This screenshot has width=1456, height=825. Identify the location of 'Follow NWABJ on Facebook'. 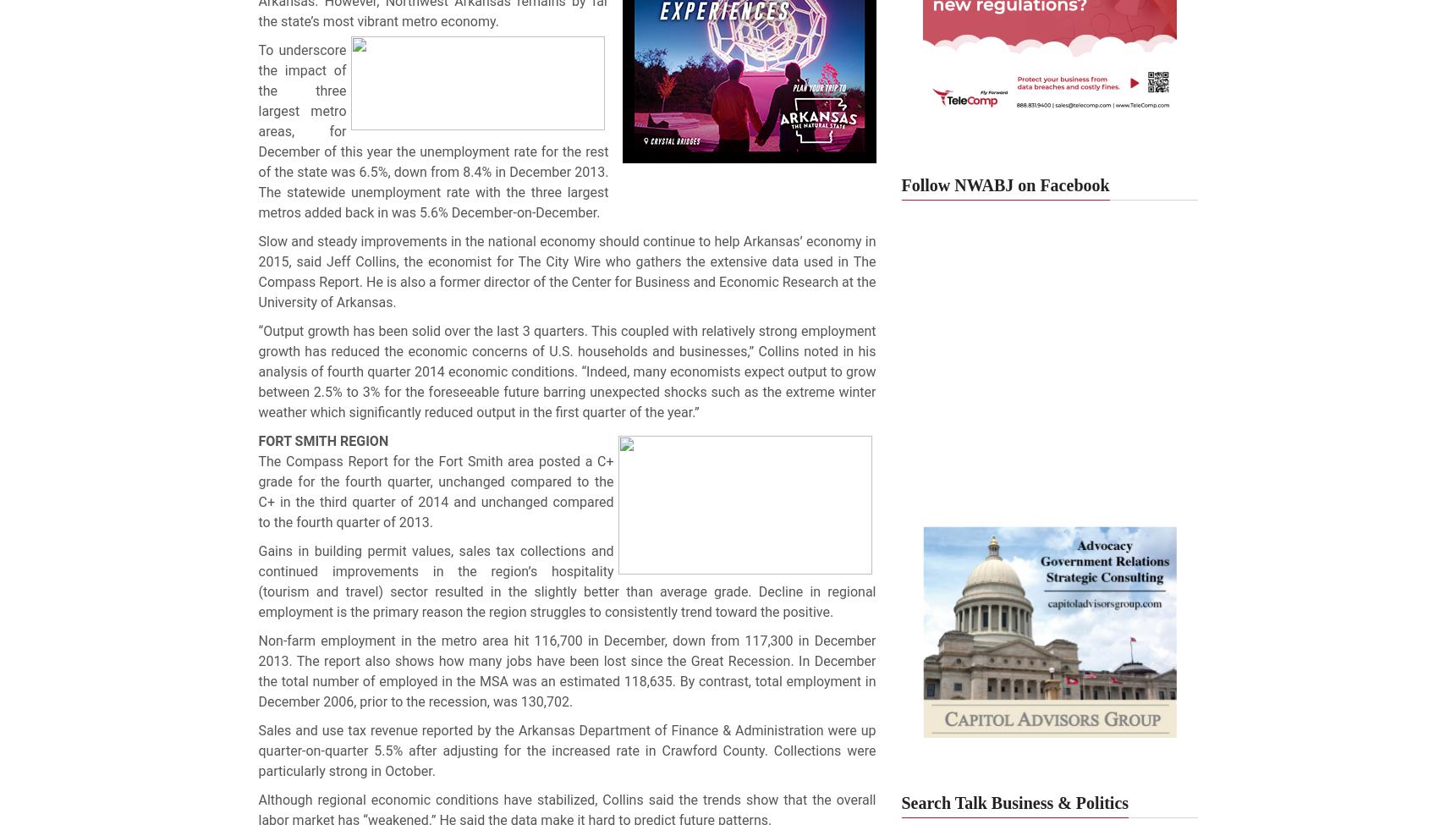
(1005, 184).